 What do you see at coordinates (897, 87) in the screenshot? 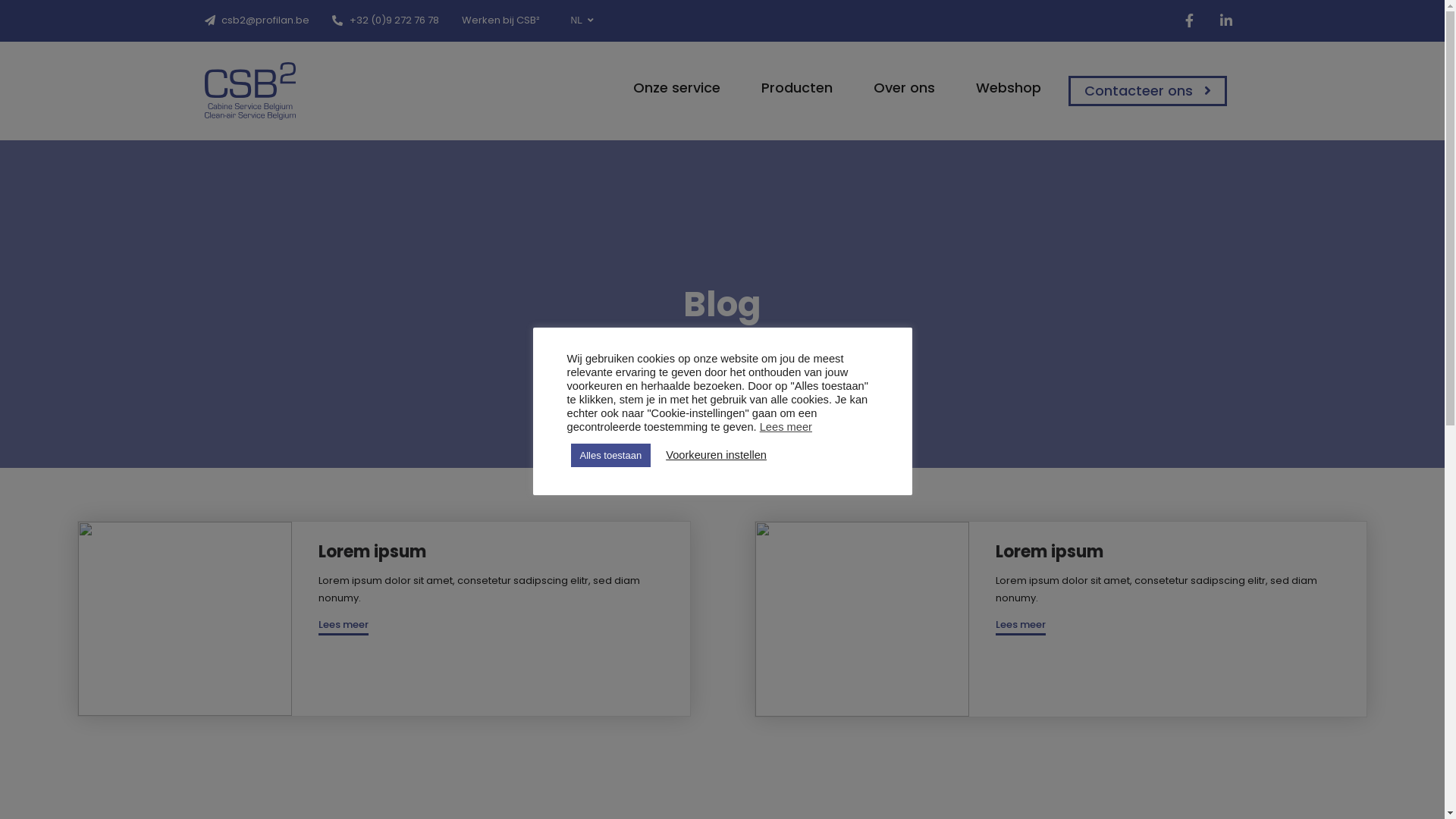
I see `'Over ons'` at bounding box center [897, 87].